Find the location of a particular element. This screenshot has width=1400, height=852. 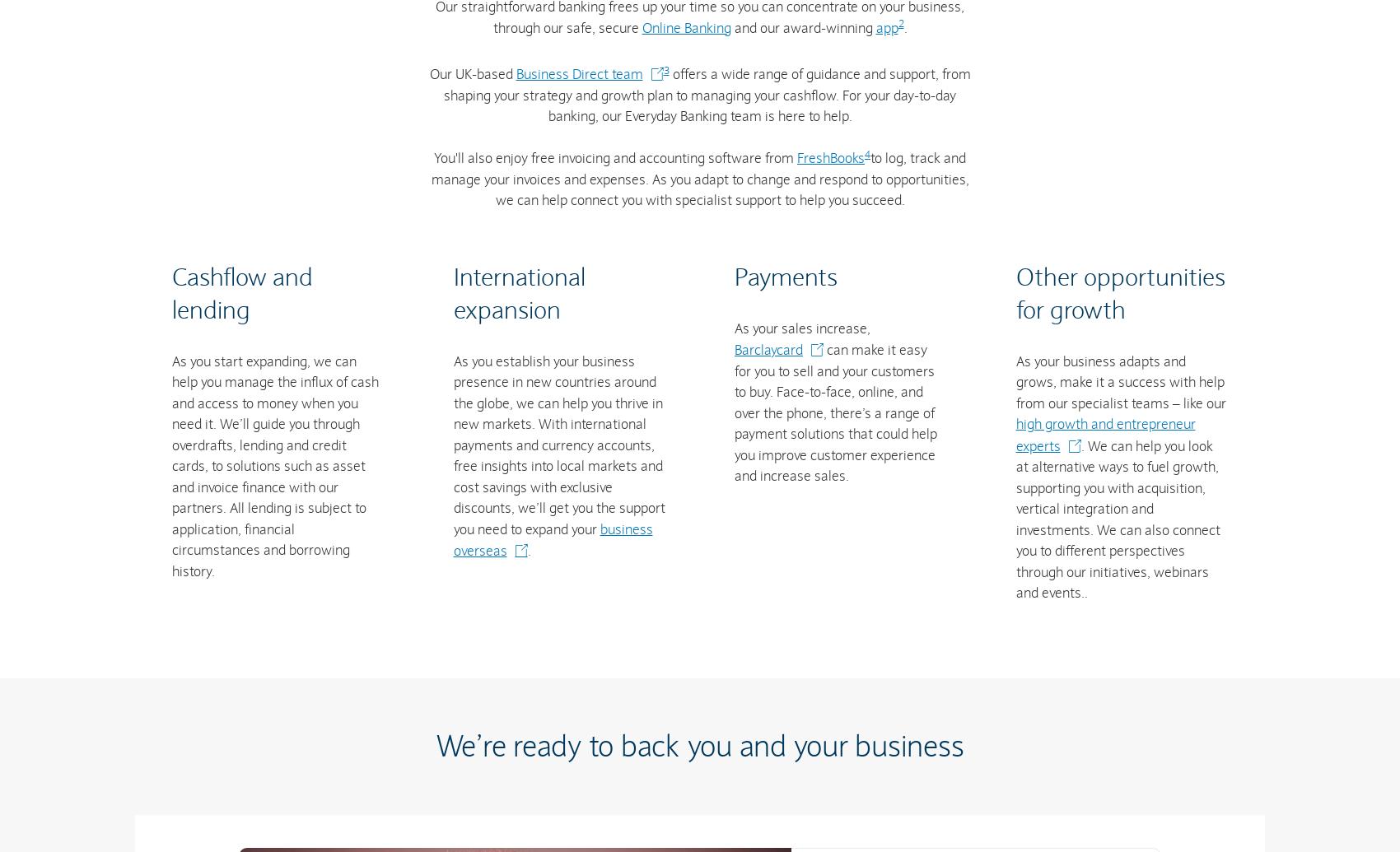

'Fraud prevention' is located at coordinates (376, 485).